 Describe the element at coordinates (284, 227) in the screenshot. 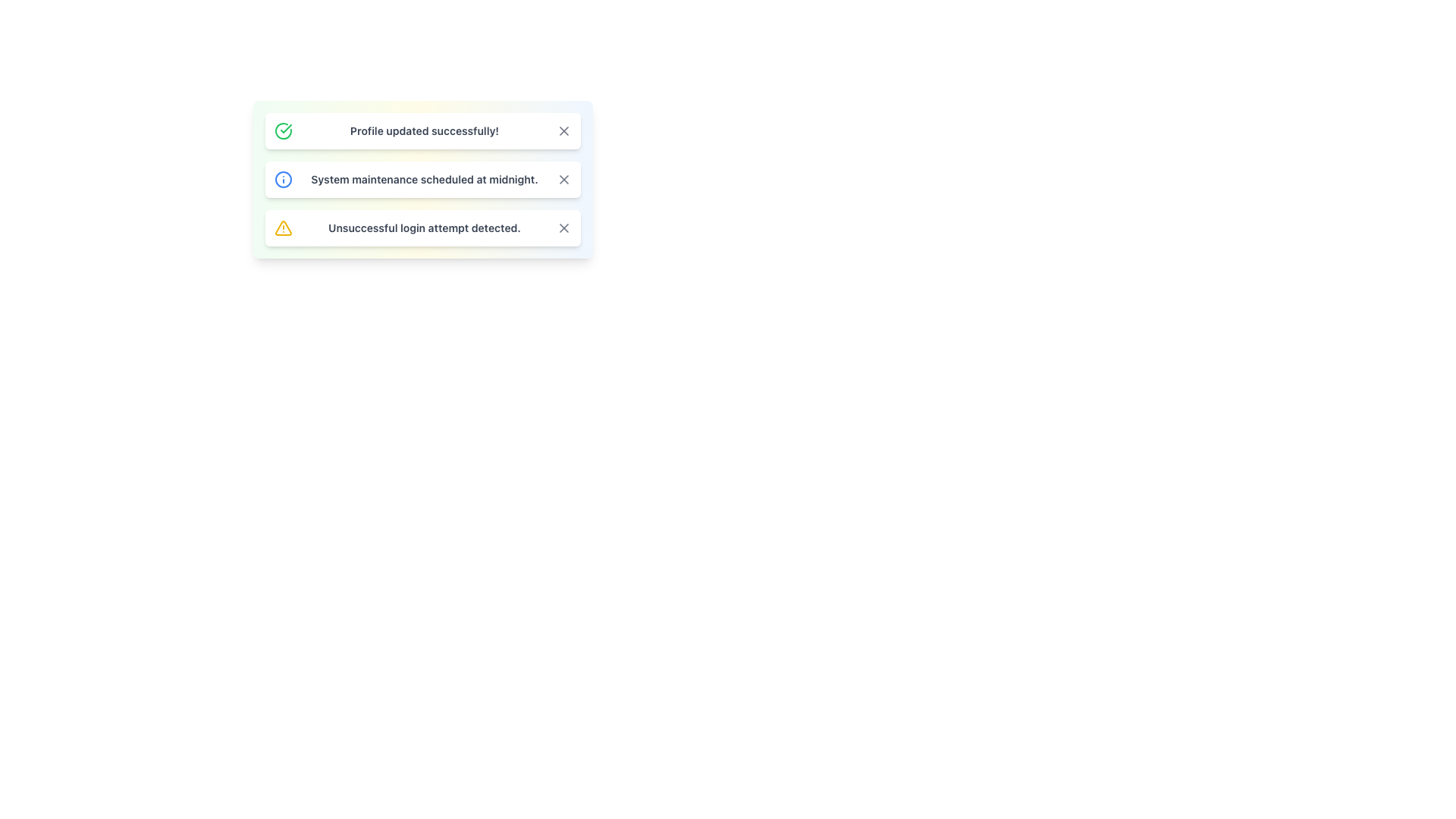

I see `the alert icon located on the left side of the 'Unsuccessful login attempt detected.' text in the third notification card` at that location.